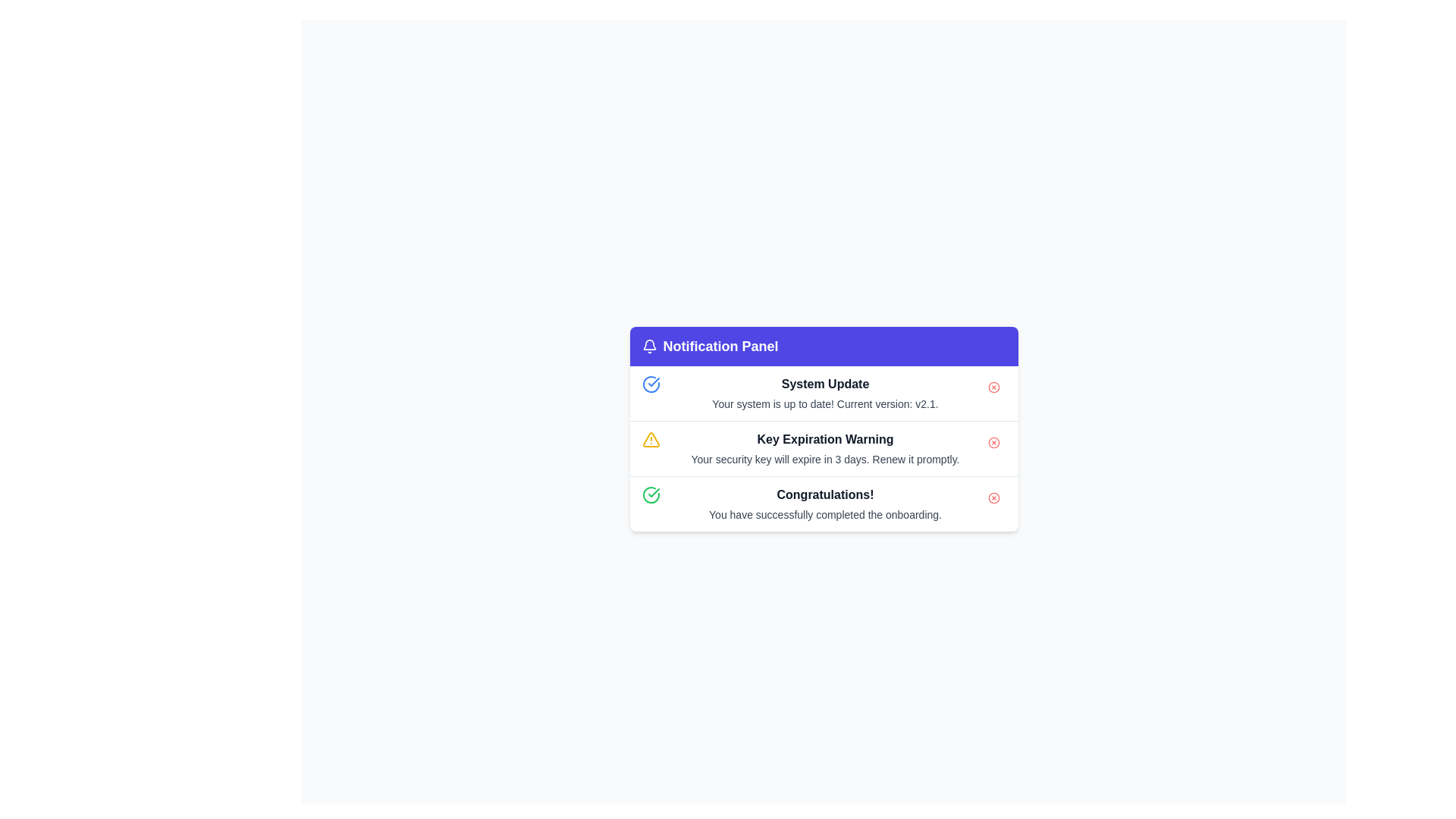  What do you see at coordinates (823, 393) in the screenshot?
I see `title and message of the first notification entry in the notification panel, which informs users about a system update and indicates that the system is up to date` at bounding box center [823, 393].